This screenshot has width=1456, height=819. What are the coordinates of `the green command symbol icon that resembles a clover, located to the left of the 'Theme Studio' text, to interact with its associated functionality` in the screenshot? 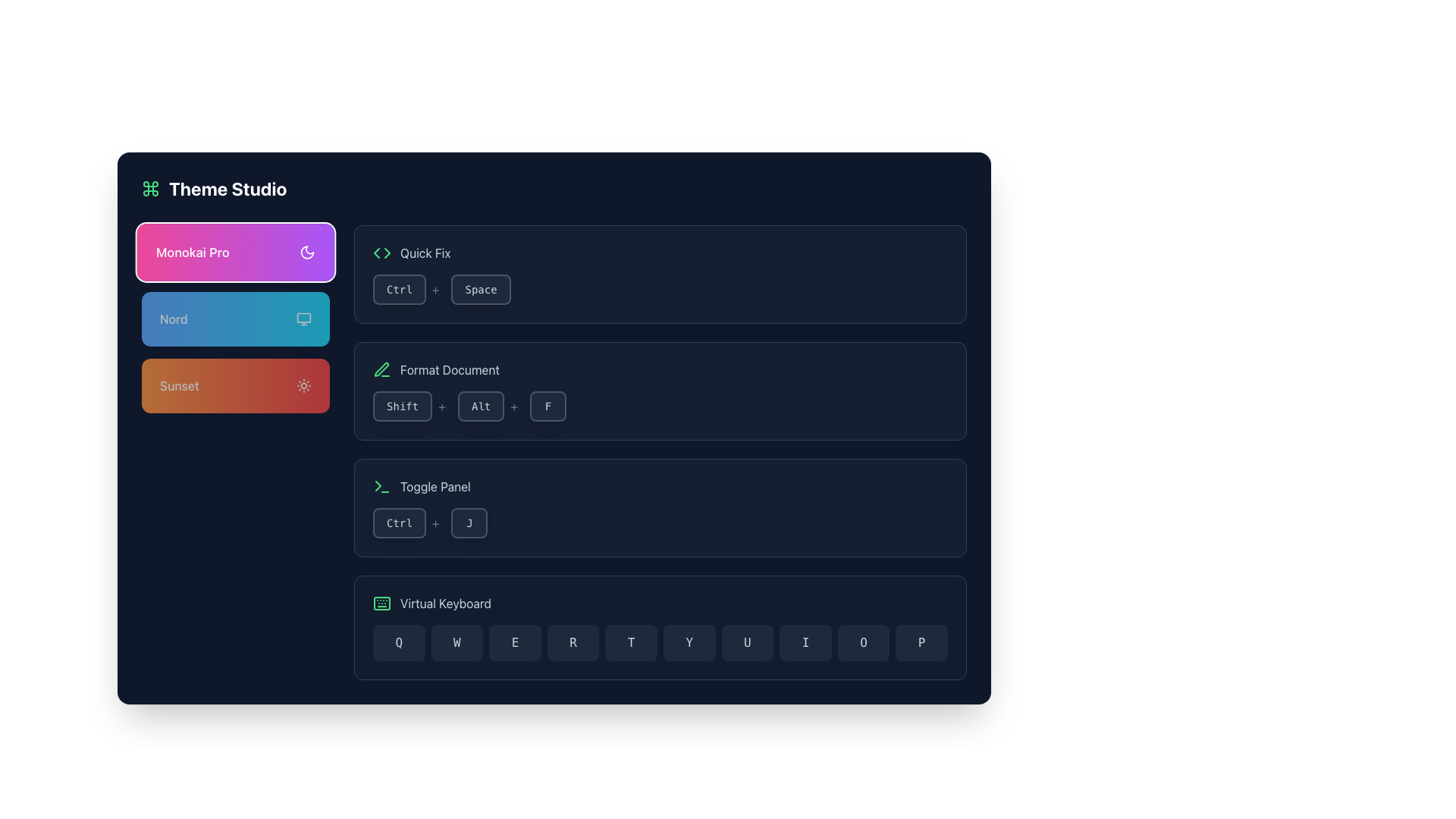 It's located at (150, 188).